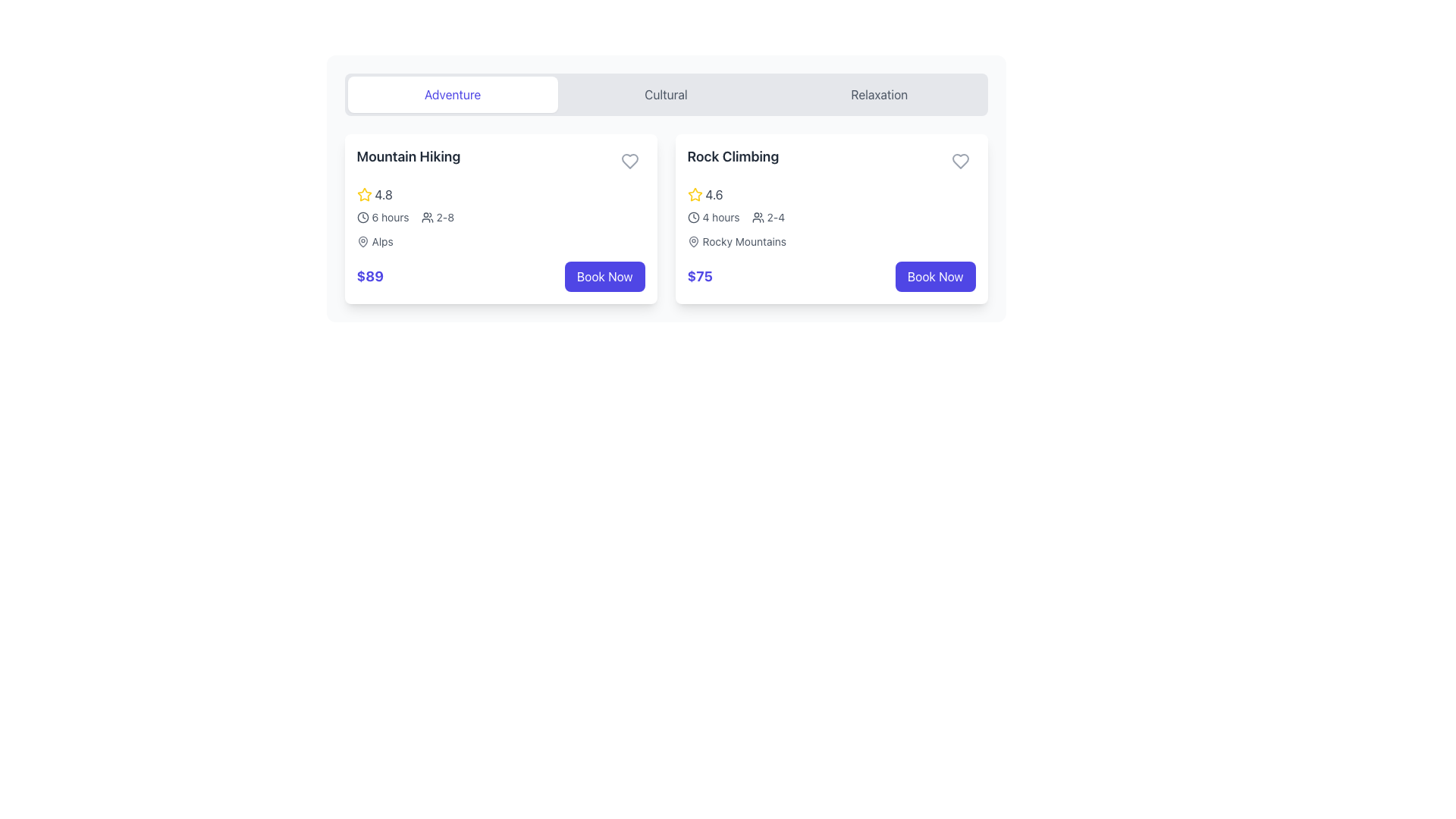  I want to click on the static text element that displays the duration of the 'Mountain Hiking' activity, located to the right of a small clock icon, so click(390, 217).